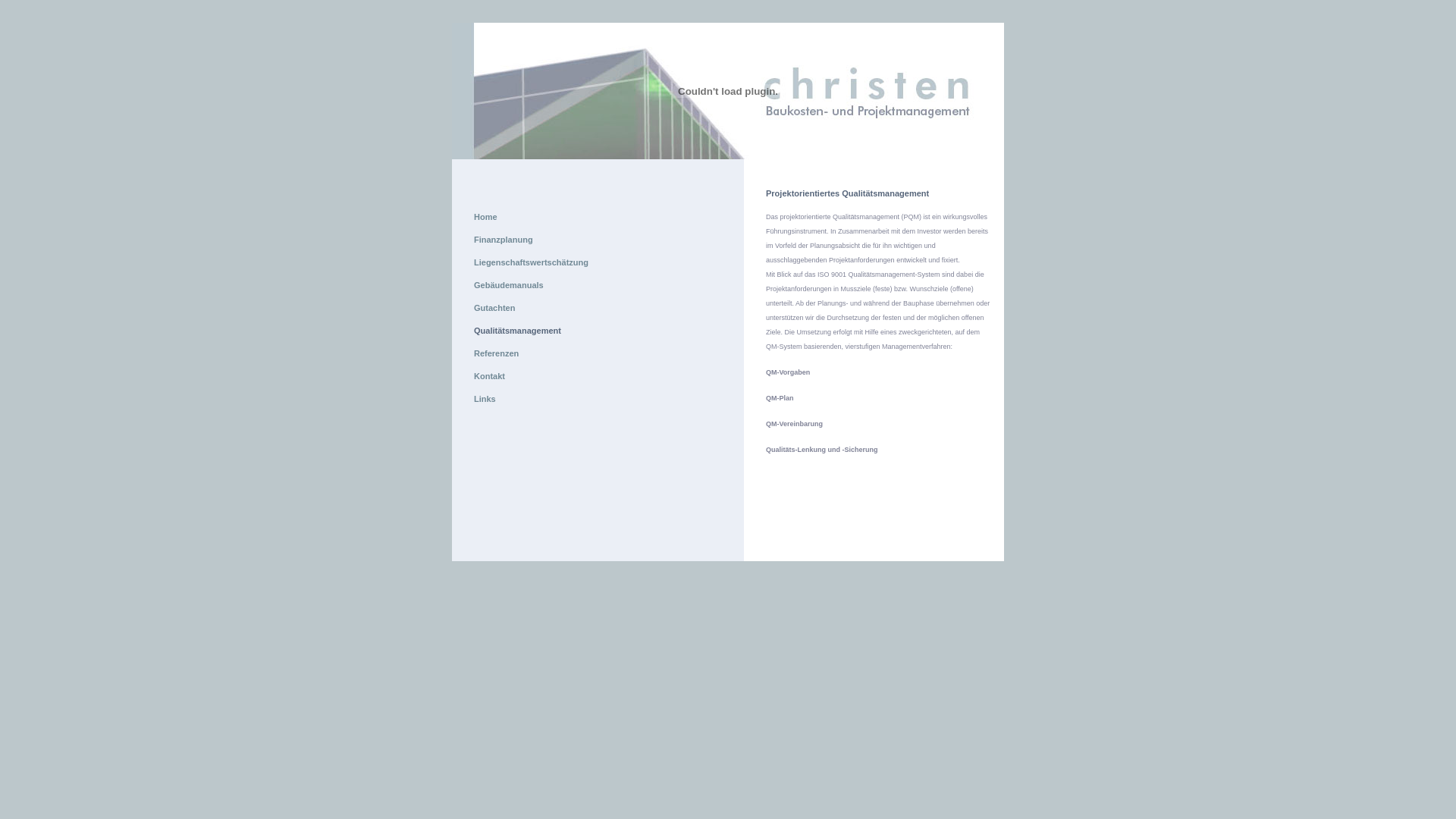 This screenshot has height=819, width=1456. I want to click on 'Home', so click(485, 216).